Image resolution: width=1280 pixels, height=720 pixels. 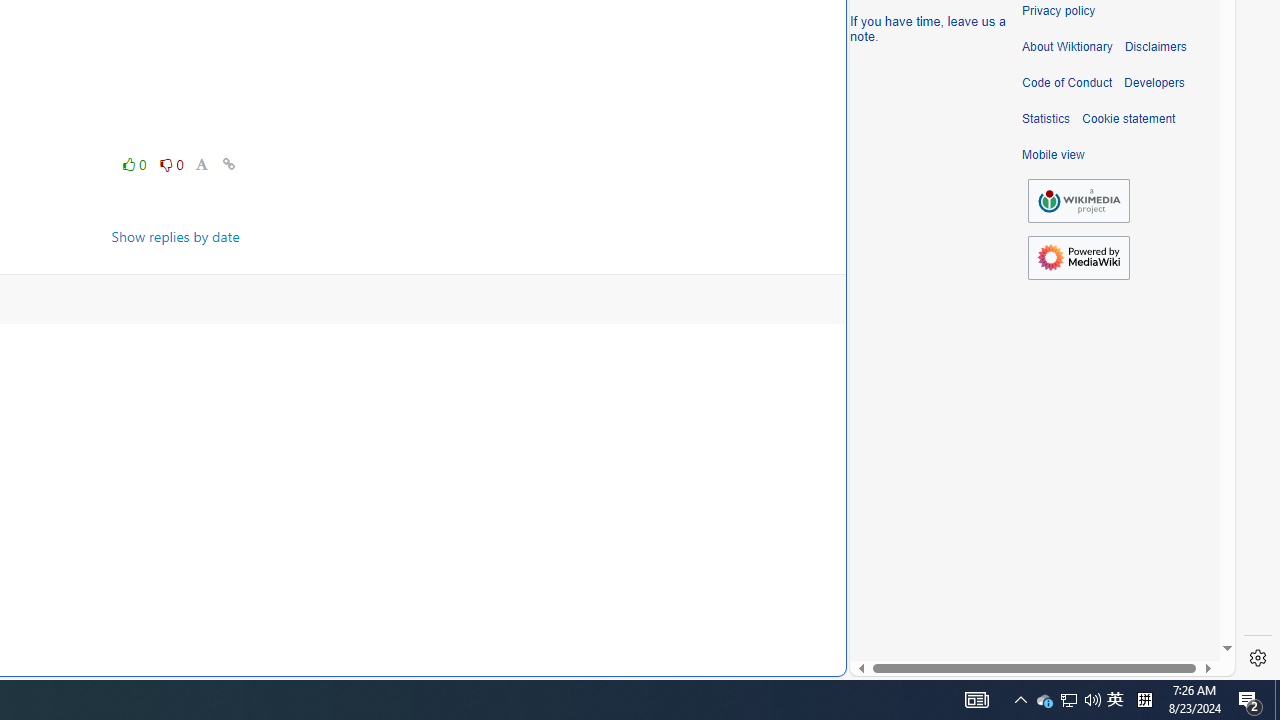 I want to click on 'Show replies by date', so click(x=176, y=235).